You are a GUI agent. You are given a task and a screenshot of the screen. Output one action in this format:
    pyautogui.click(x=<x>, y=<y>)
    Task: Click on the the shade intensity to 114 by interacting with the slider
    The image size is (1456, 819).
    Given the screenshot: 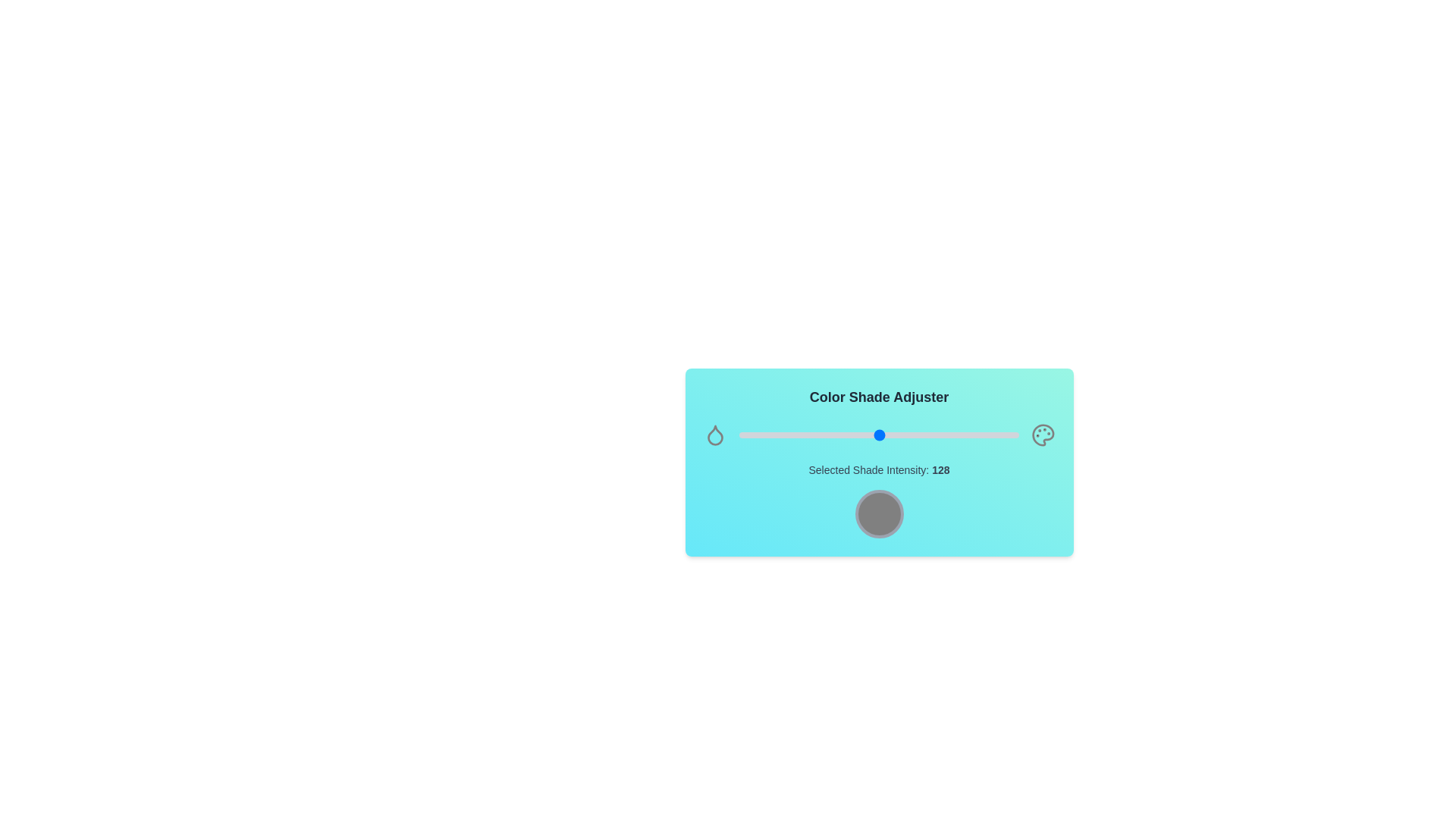 What is the action you would take?
    pyautogui.click(x=864, y=435)
    